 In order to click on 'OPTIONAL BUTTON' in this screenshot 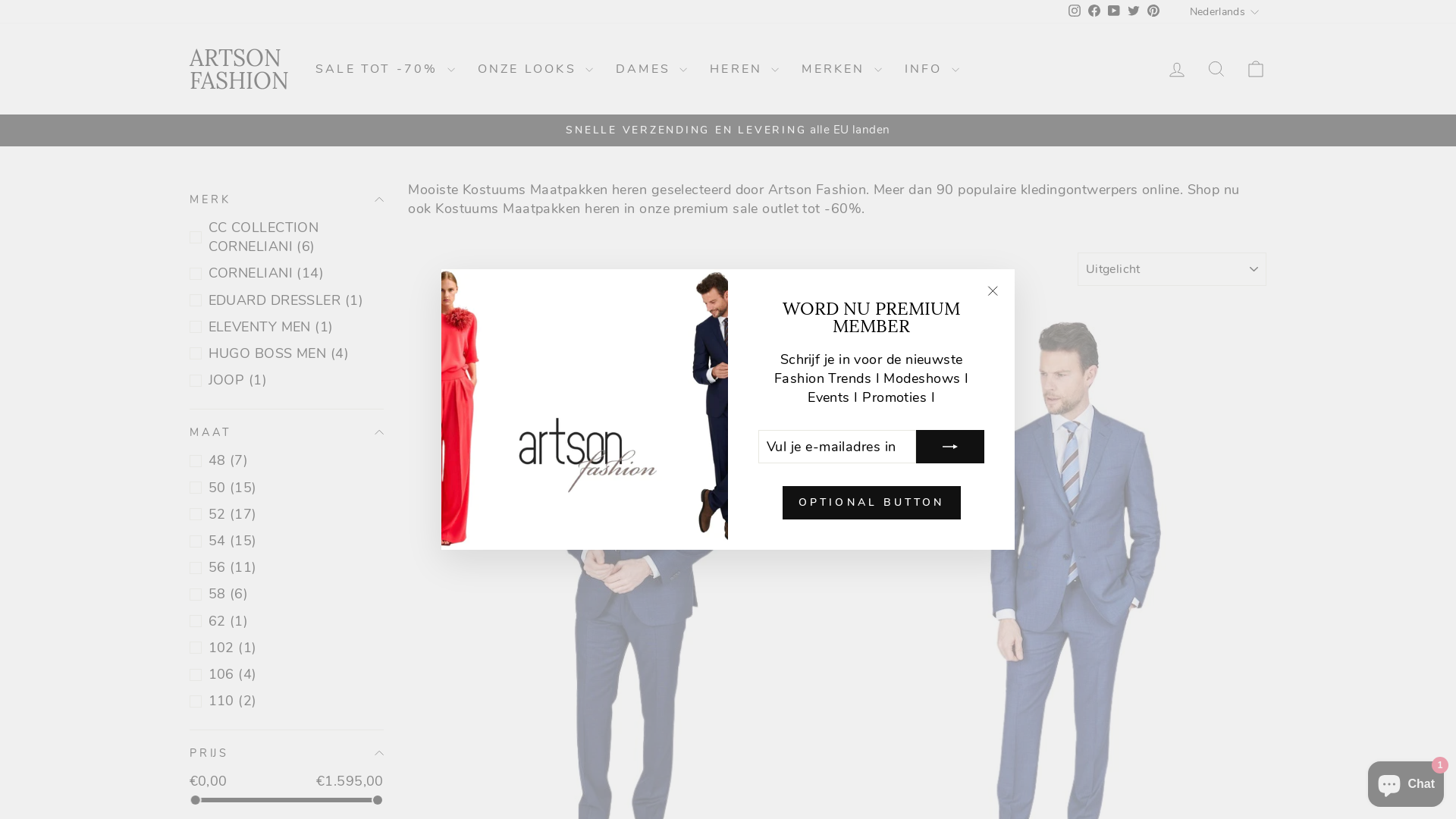, I will do `click(871, 503)`.